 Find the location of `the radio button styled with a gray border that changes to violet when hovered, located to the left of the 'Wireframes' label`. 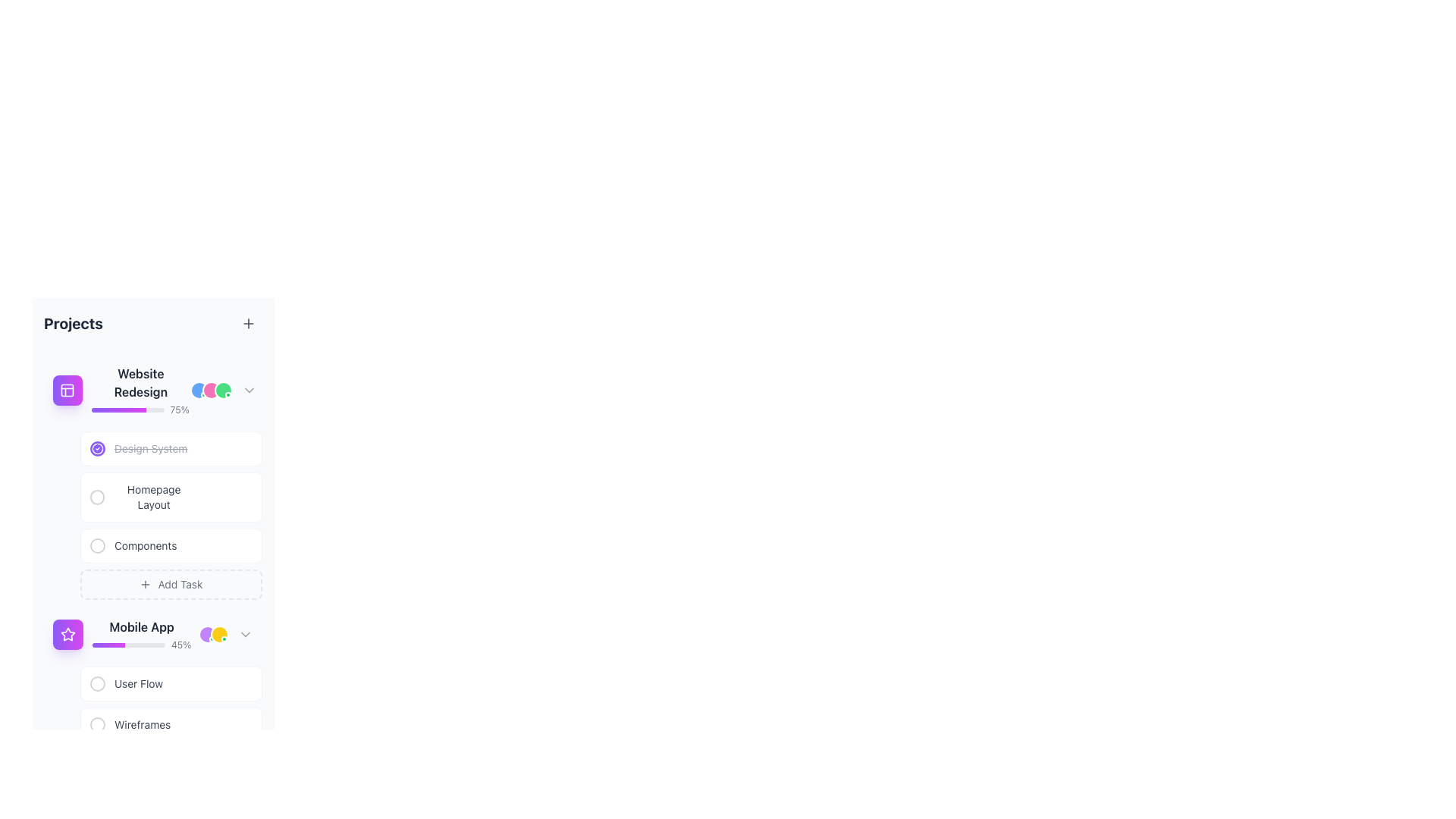

the radio button styled with a gray border that changes to violet when hovered, located to the left of the 'Wireframes' label is located at coordinates (97, 724).